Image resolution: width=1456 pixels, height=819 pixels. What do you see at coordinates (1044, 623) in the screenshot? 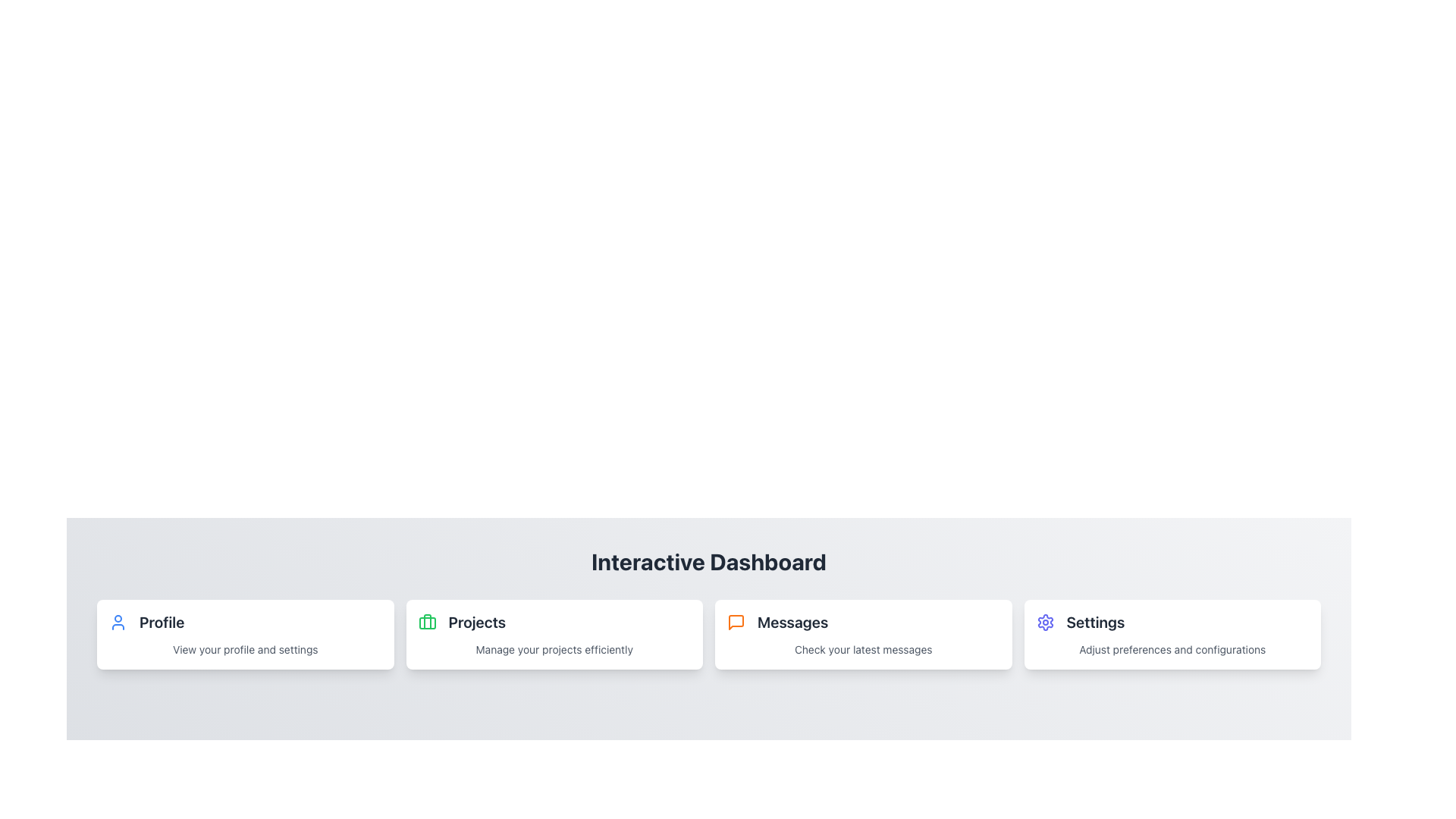
I see `the gear-shaped icon in the 'Settings' section of the bottom menu bar` at bounding box center [1044, 623].